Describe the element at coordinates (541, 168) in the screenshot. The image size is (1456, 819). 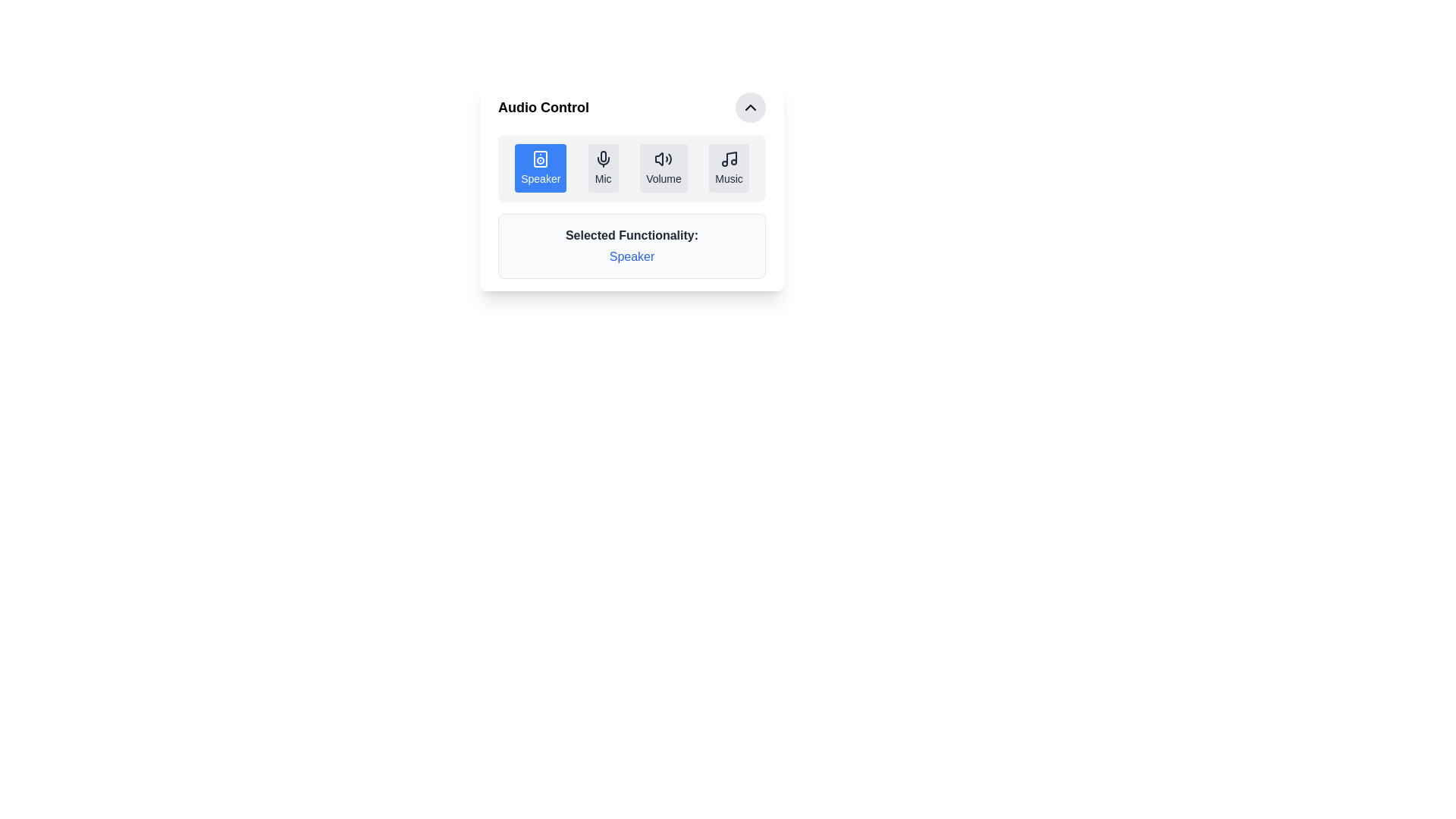
I see `the 'Speaker' button, which is the first button in a series of four horizontally arranged buttons at the top center of the audio control interface` at that location.